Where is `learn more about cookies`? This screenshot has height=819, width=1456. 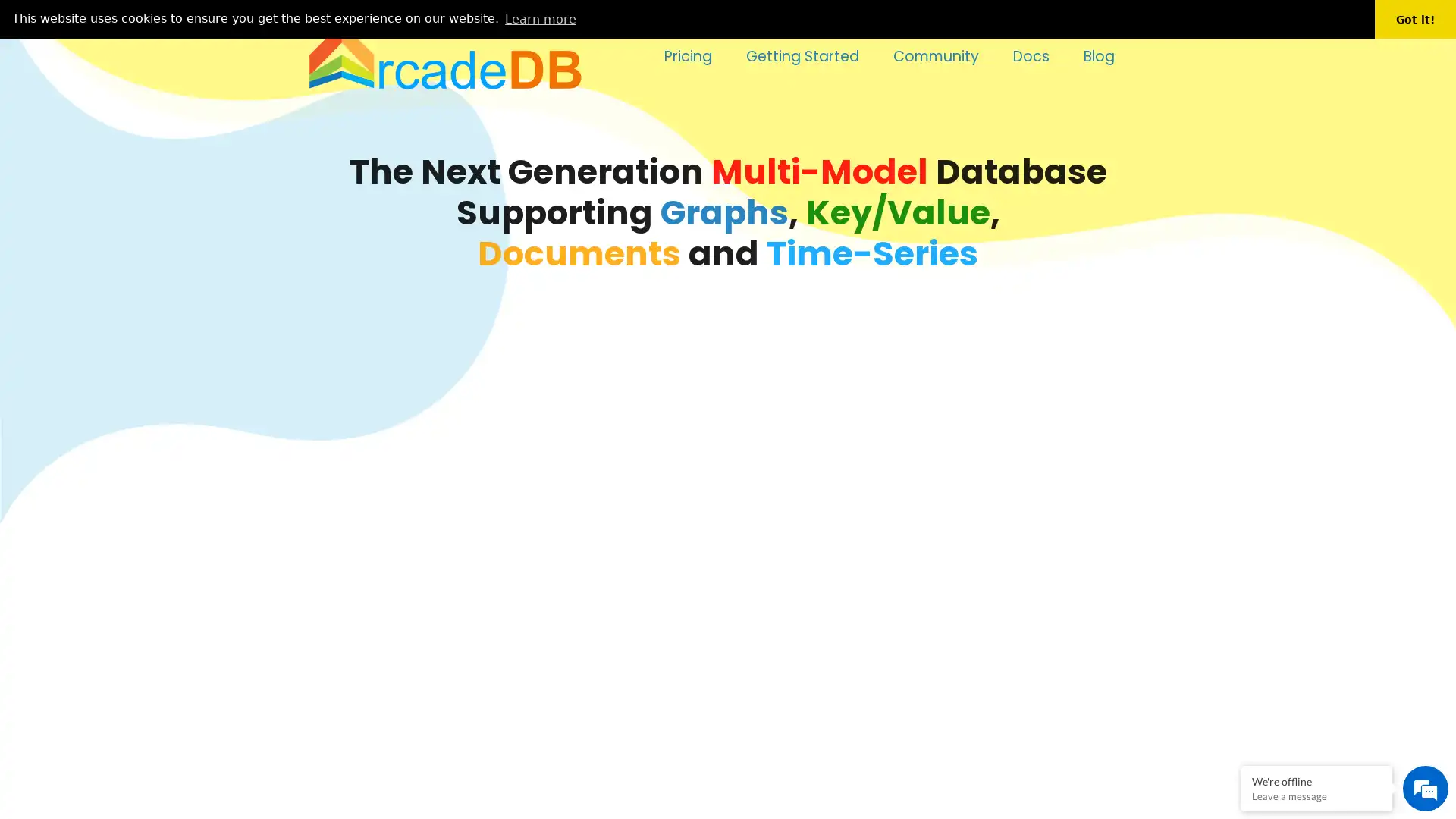 learn more about cookies is located at coordinates (541, 18).